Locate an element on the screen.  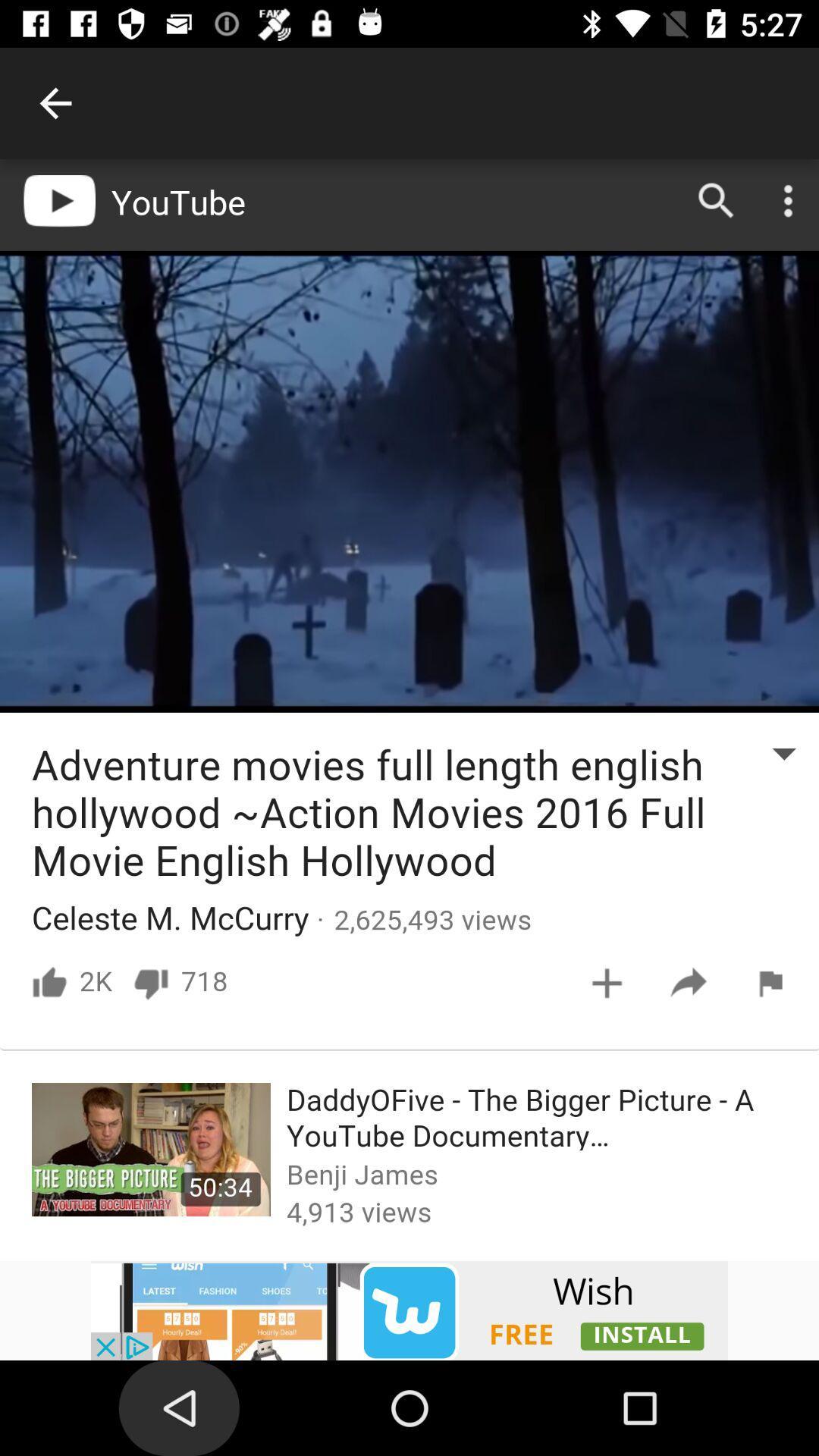
open advertisement is located at coordinates (409, 1310).